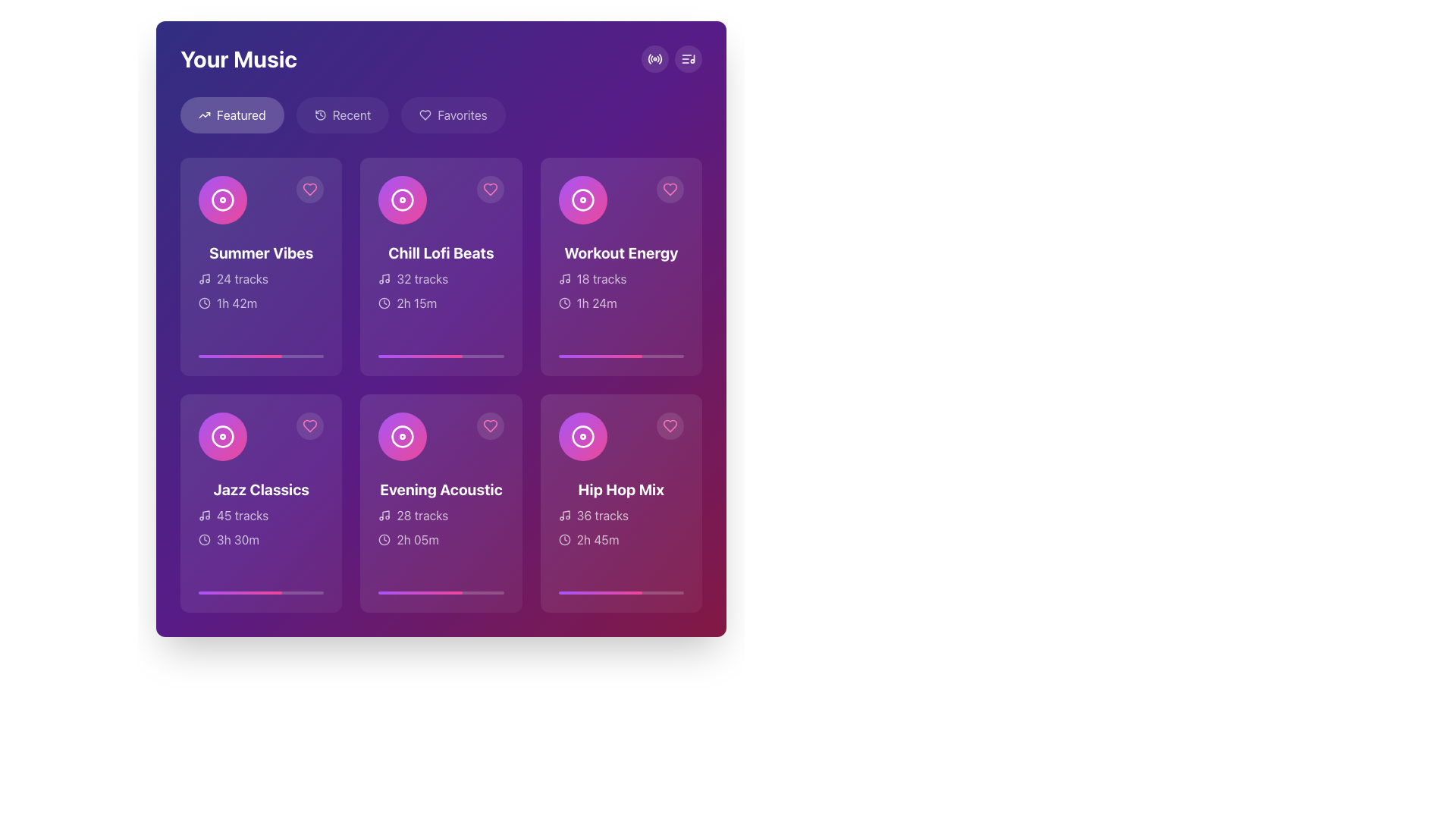  I want to click on the favorite button located at the top-right corner of the 'Workout Energy' card in the 'Your Music' interface, so click(669, 189).